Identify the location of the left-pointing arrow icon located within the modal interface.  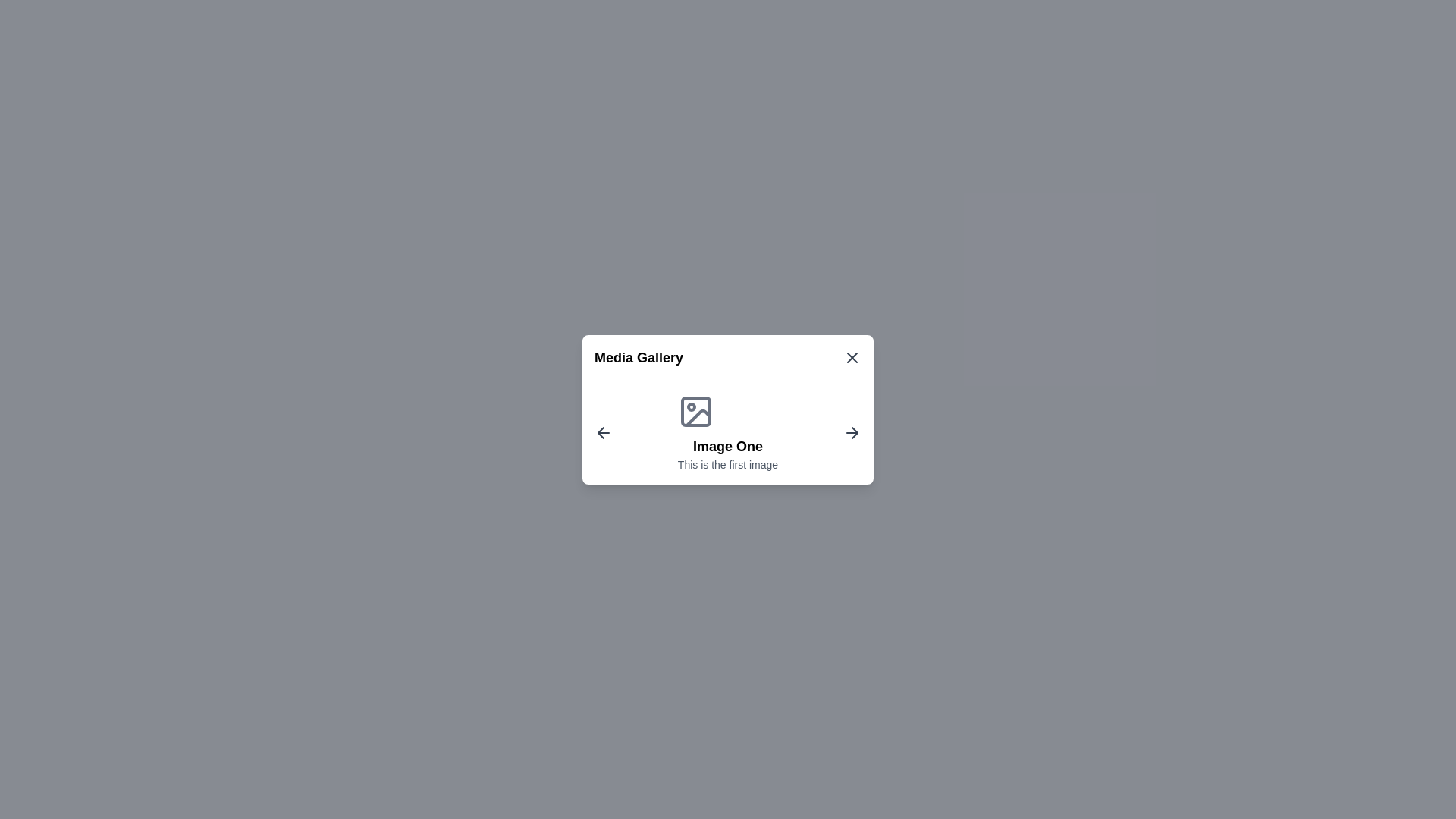
(600, 432).